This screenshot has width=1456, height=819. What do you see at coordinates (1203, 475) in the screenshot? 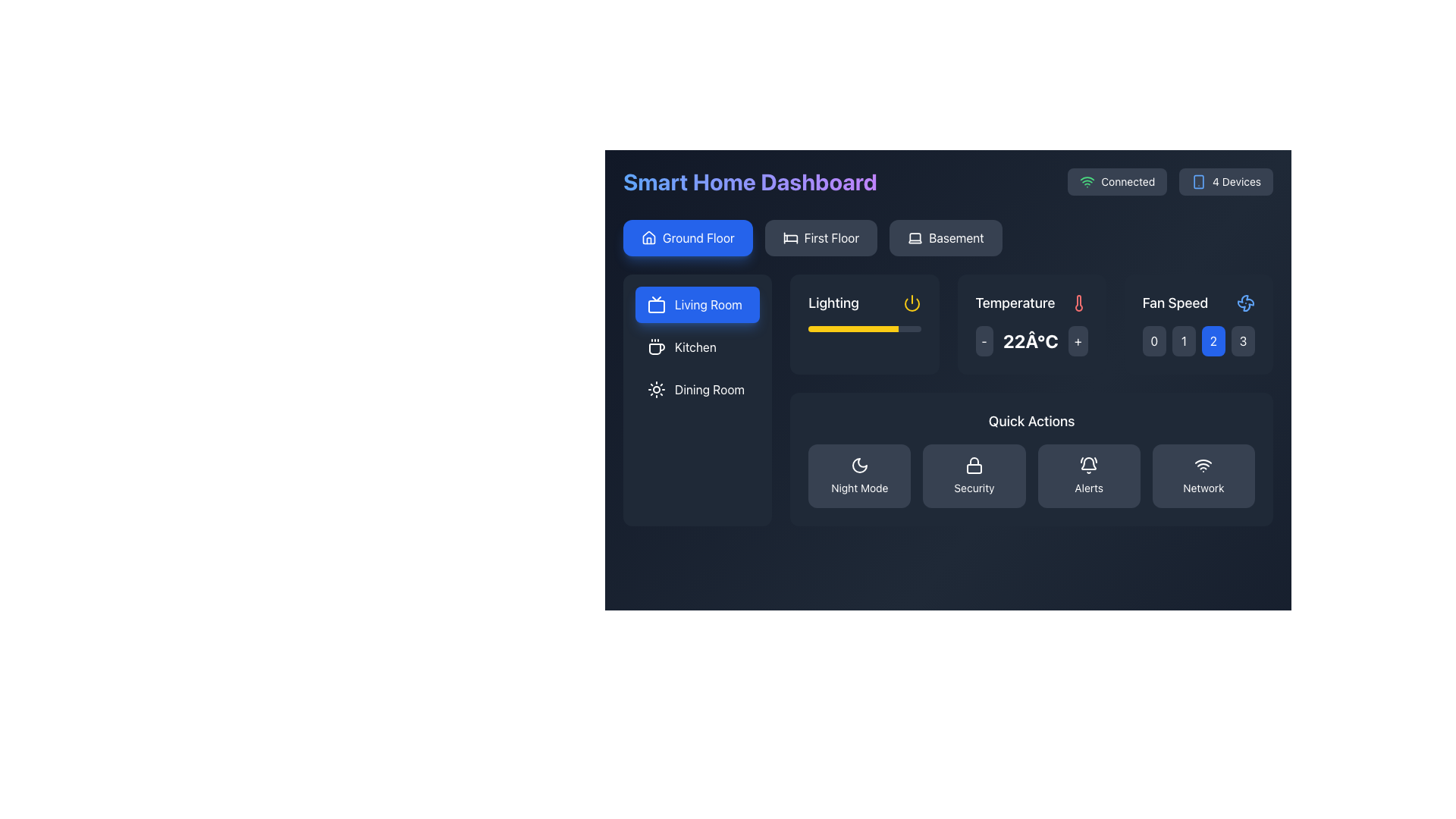
I see `the 'Network' button` at bounding box center [1203, 475].